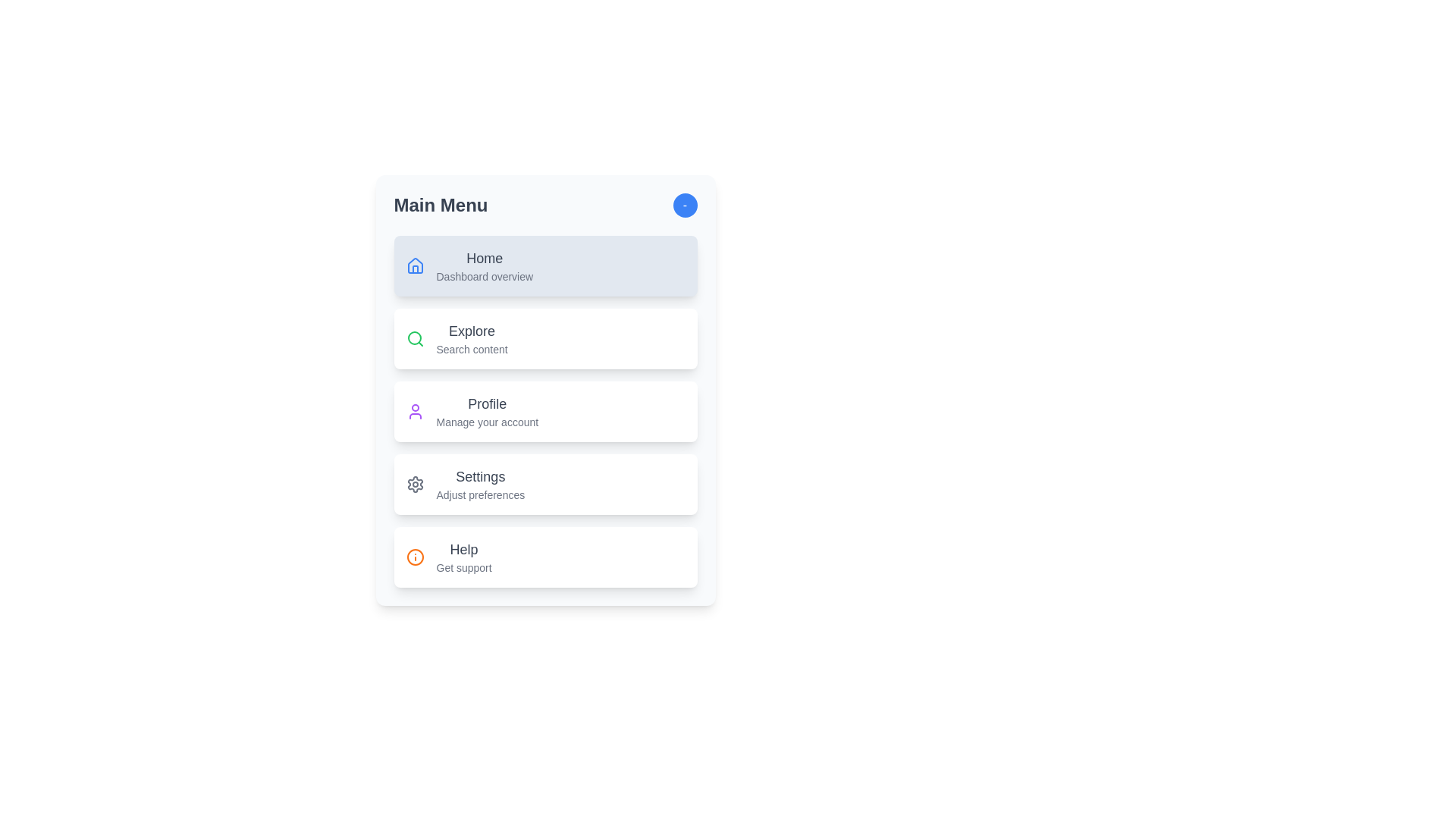 This screenshot has width=1456, height=819. Describe the element at coordinates (545, 265) in the screenshot. I see `the menu item Home by clicking on it` at that location.